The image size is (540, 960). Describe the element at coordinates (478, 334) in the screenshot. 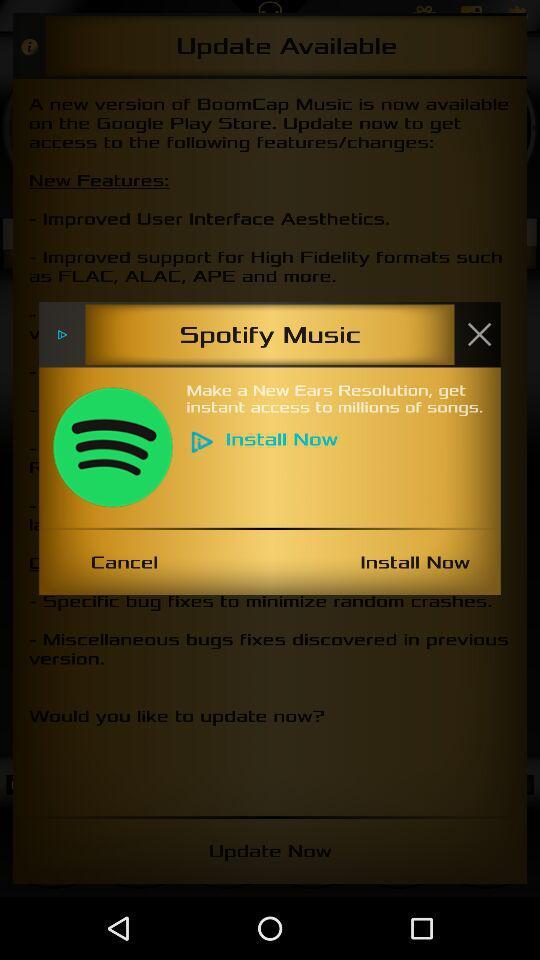

I see `this window` at that location.